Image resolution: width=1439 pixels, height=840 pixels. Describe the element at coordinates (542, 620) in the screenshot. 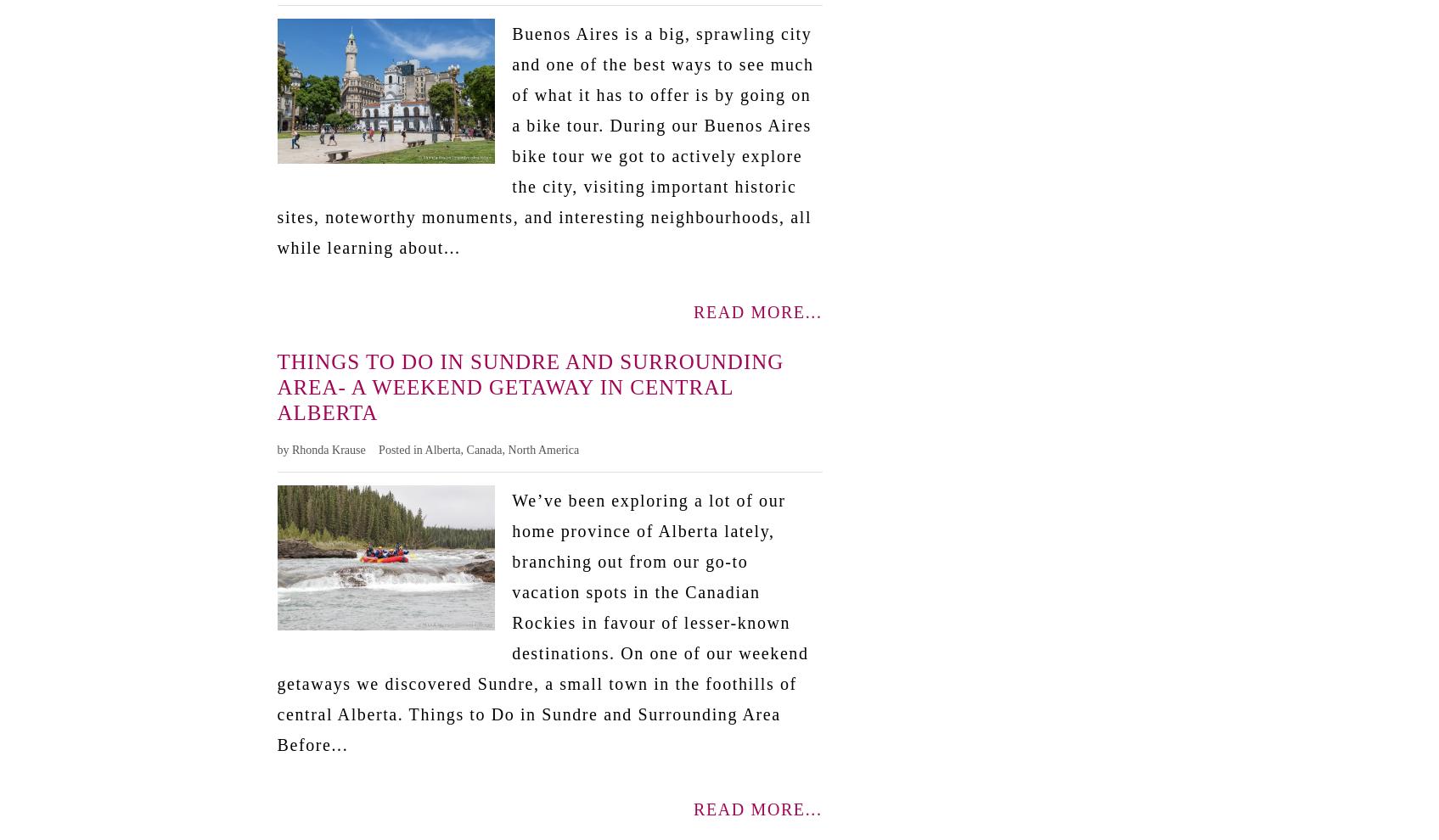

I see `'We’ve been exploring a lot of our home province of Alberta lately, branching out from our go-to vacation spots in the Canadian Rockies in favour of lesser-known destinations. On one of our weekend getaways we discovered Sundre, a small town in the foothills of central Alberta. Things to Do in Sundre and Surrounding Area Before...'` at that location.